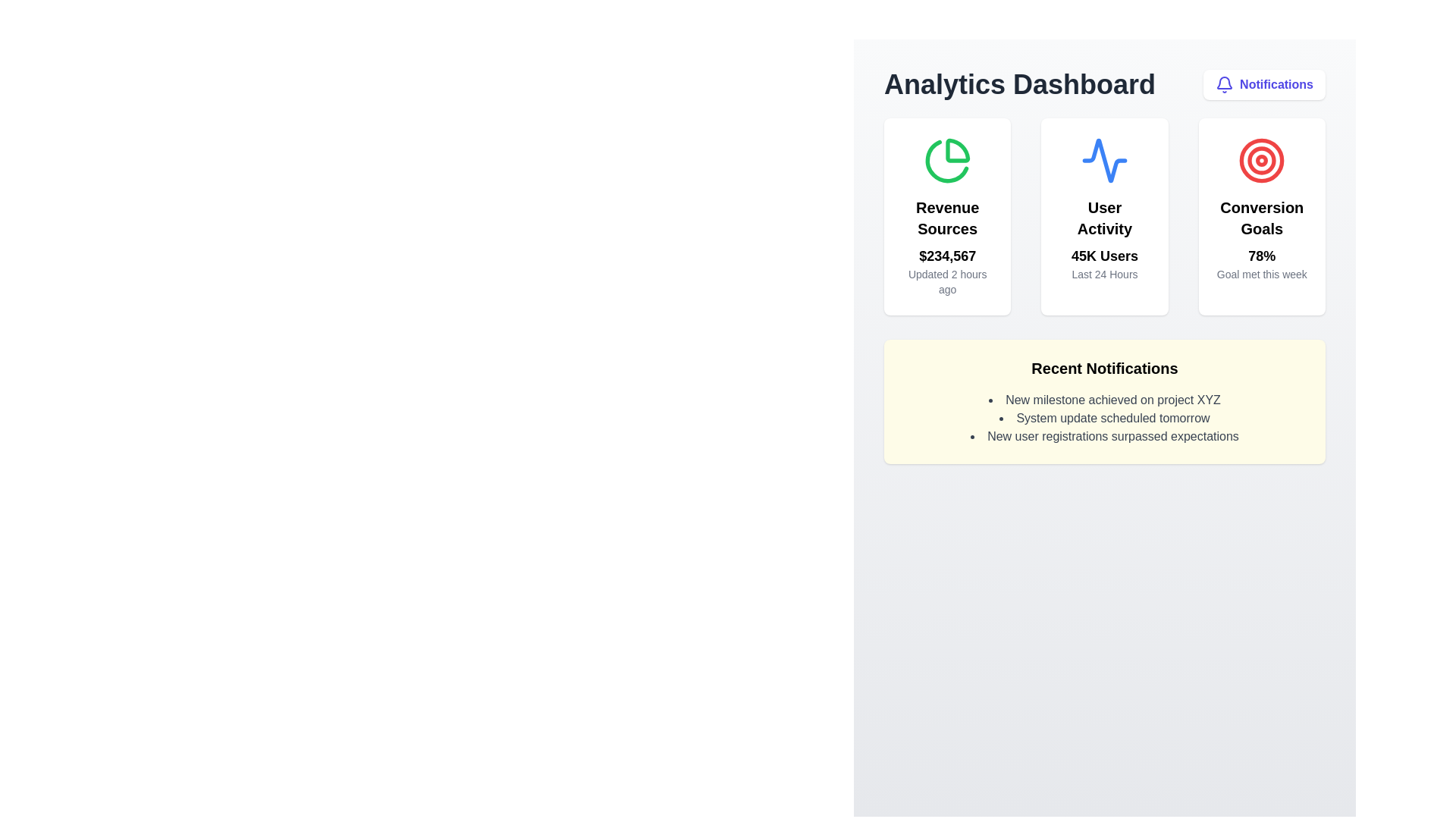 Image resolution: width=1456 pixels, height=819 pixels. What do you see at coordinates (1262, 161) in the screenshot?
I see `the circular visual element located in the top-right corner of the layout, next to the 'Conversion Goals' label, which is the third icon in a row of three icons` at bounding box center [1262, 161].